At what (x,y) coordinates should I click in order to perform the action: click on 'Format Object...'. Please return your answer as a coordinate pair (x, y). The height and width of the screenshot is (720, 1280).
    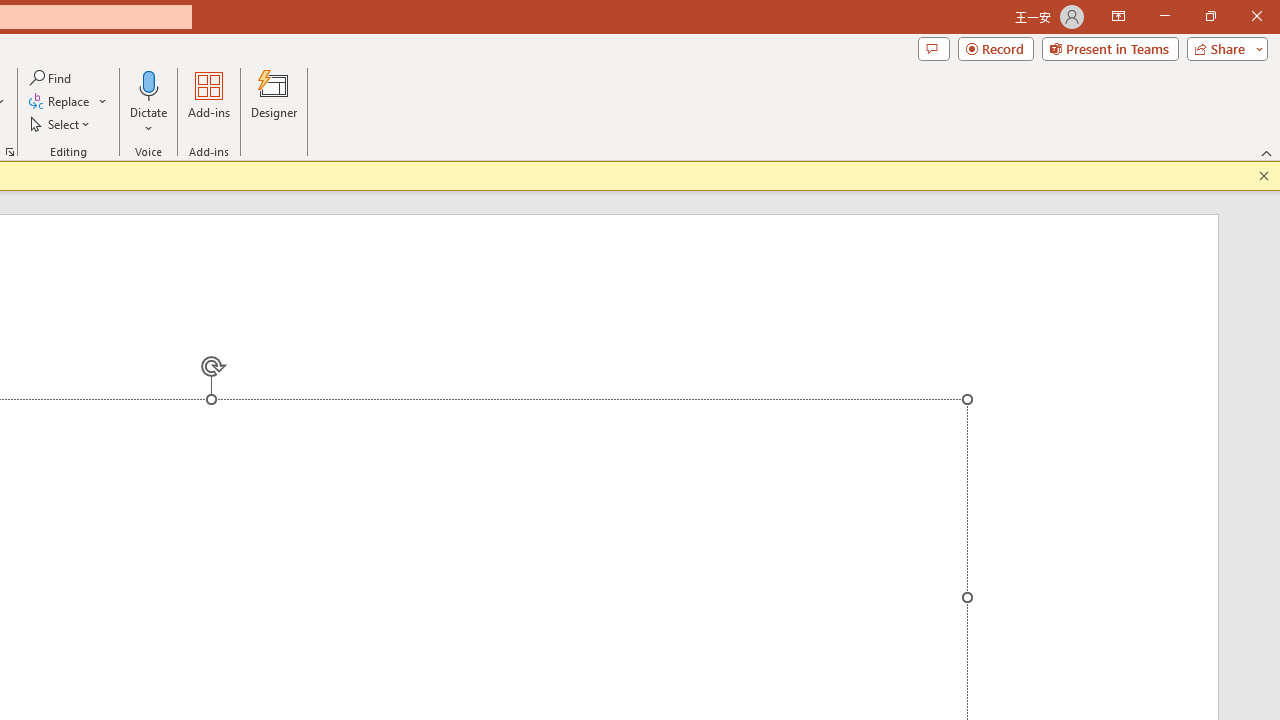
    Looking at the image, I should click on (10, 150).